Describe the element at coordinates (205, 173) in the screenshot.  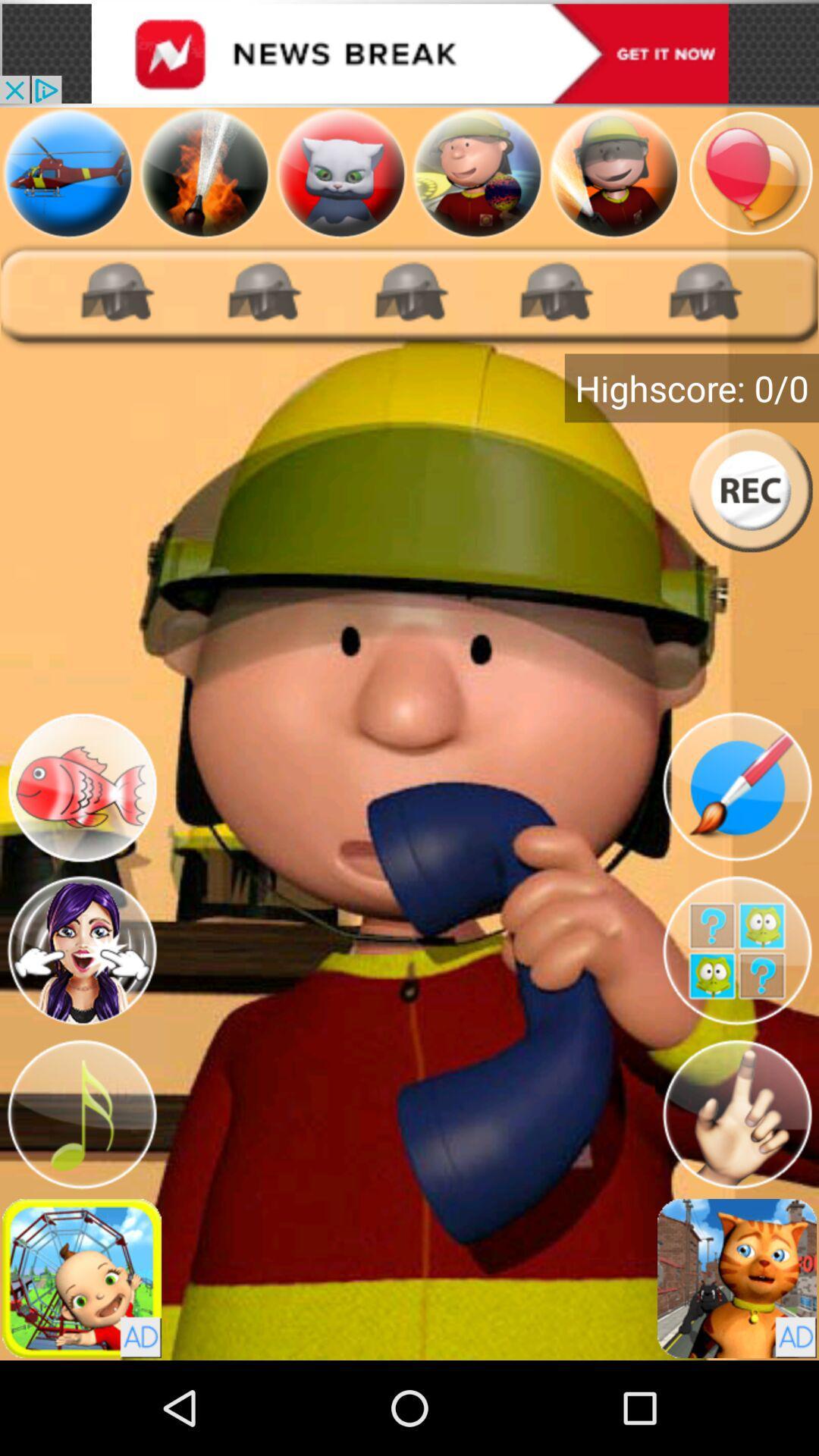
I see `firefighter games` at that location.